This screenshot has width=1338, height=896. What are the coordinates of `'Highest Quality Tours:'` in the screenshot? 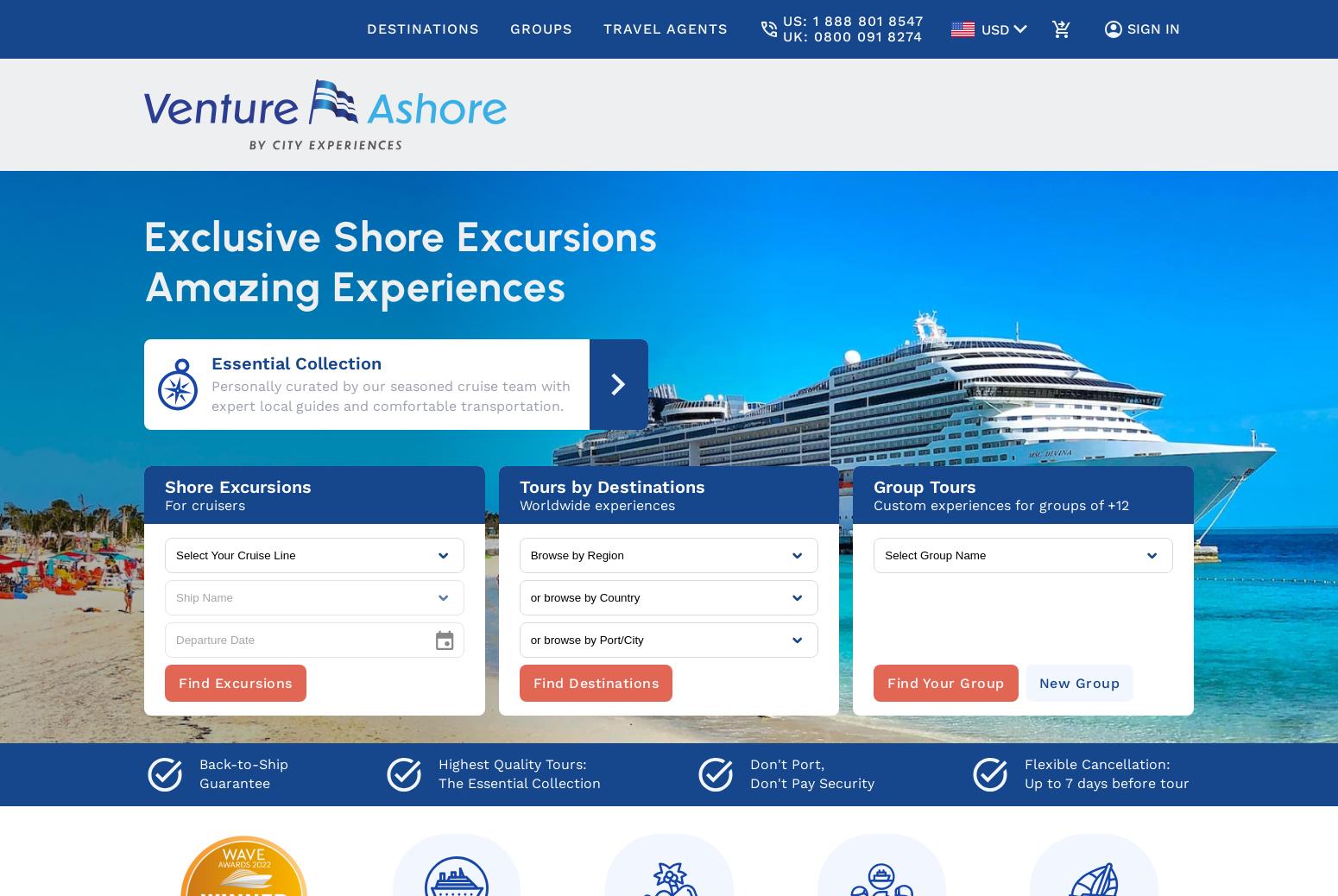 It's located at (511, 764).